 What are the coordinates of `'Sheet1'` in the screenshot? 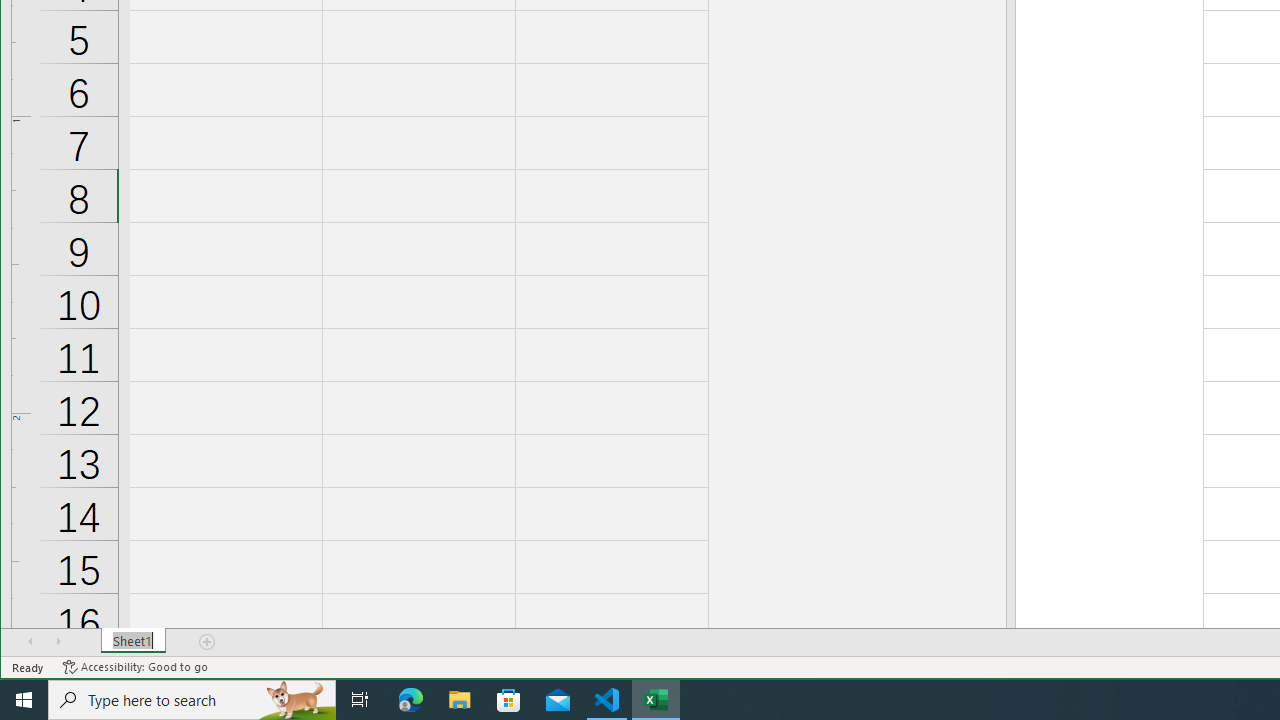 It's located at (132, 641).